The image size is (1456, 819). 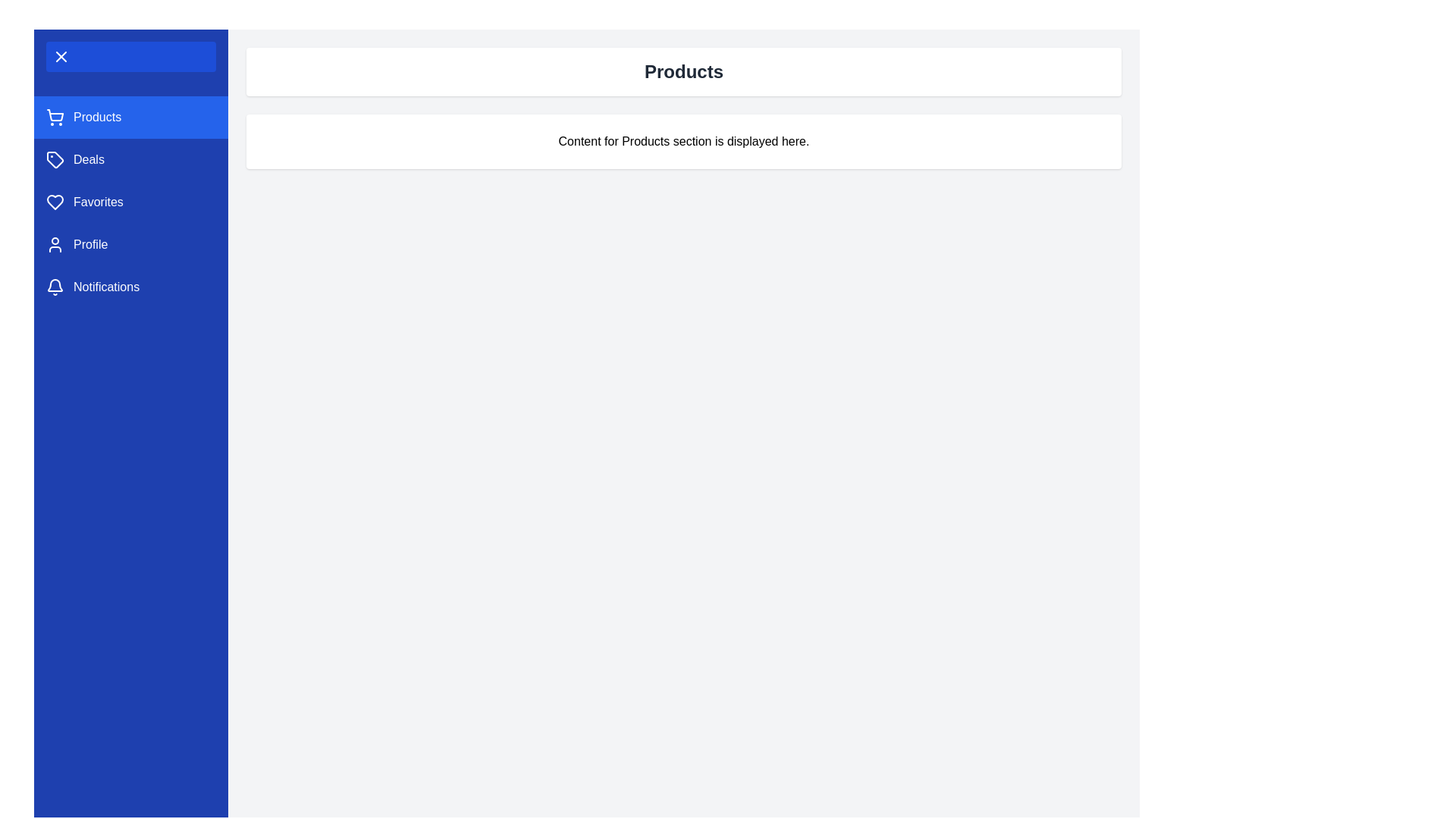 What do you see at coordinates (55, 201) in the screenshot?
I see `the heart icon located in the left sidebar next to the 'Favorites' text` at bounding box center [55, 201].